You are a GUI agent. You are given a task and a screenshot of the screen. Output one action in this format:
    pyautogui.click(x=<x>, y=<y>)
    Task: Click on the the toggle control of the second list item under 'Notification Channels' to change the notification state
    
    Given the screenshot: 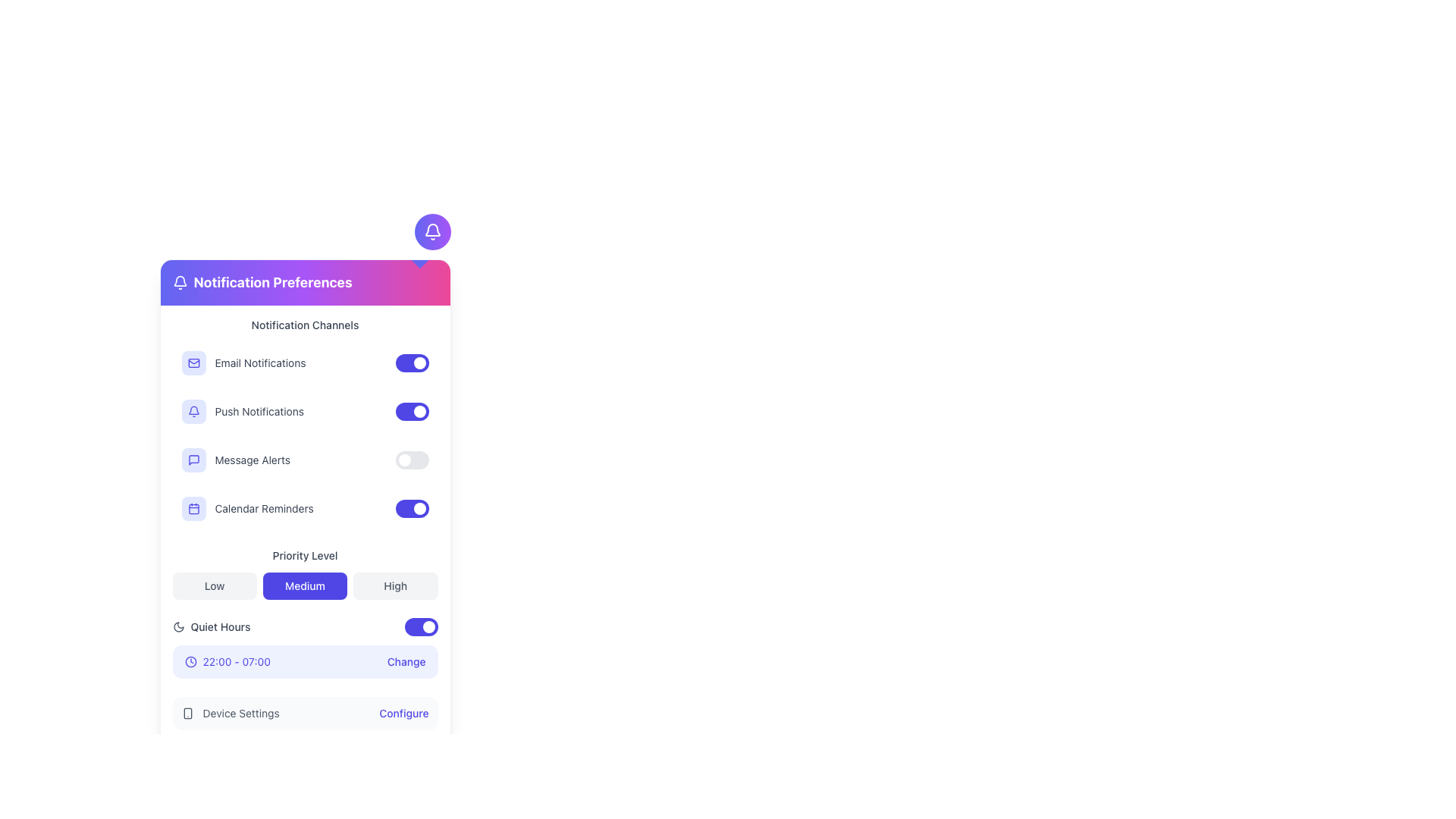 What is the action you would take?
    pyautogui.click(x=304, y=435)
    